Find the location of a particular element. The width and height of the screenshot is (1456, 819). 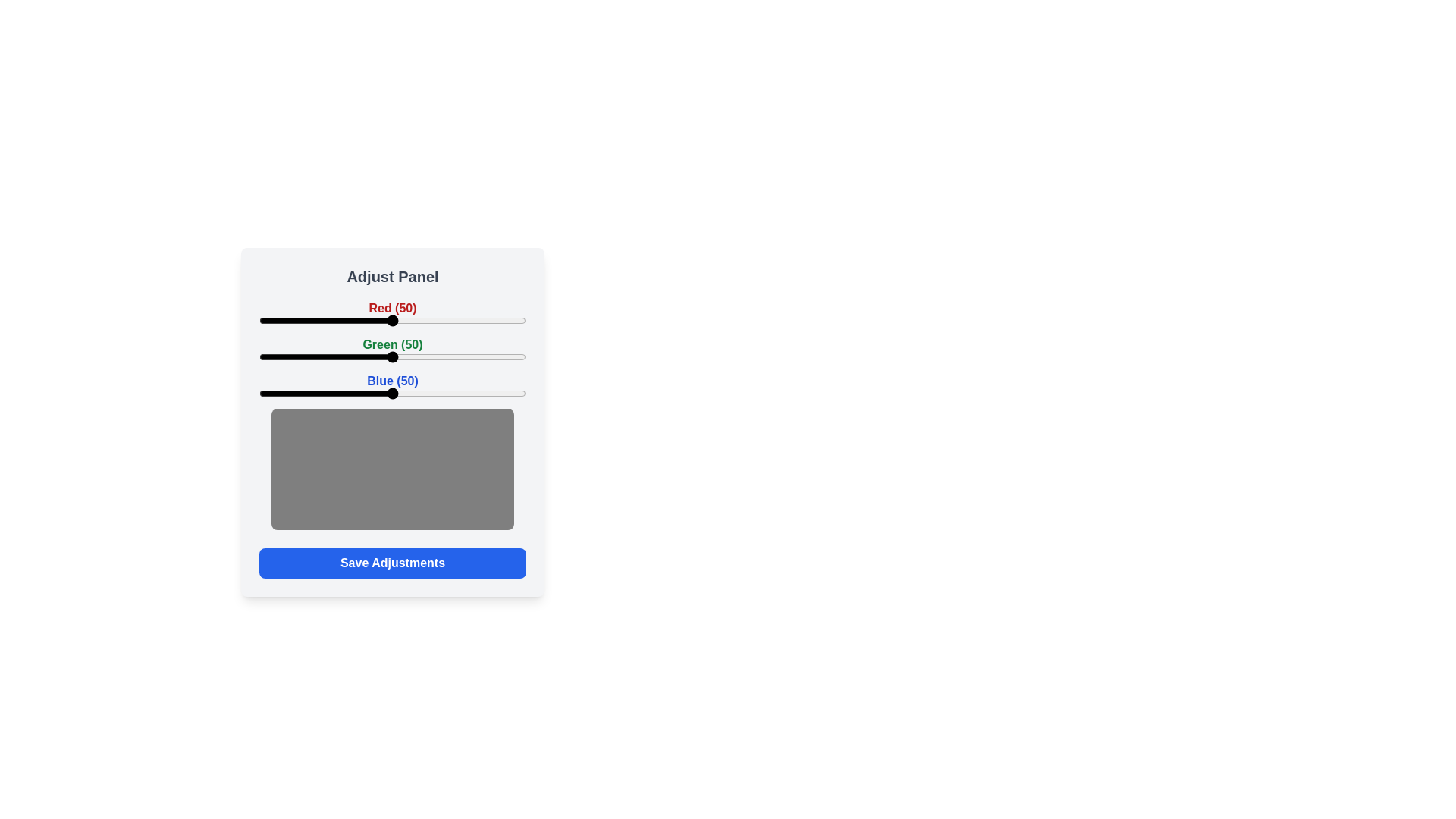

the red slider to 58 is located at coordinates (414, 320).